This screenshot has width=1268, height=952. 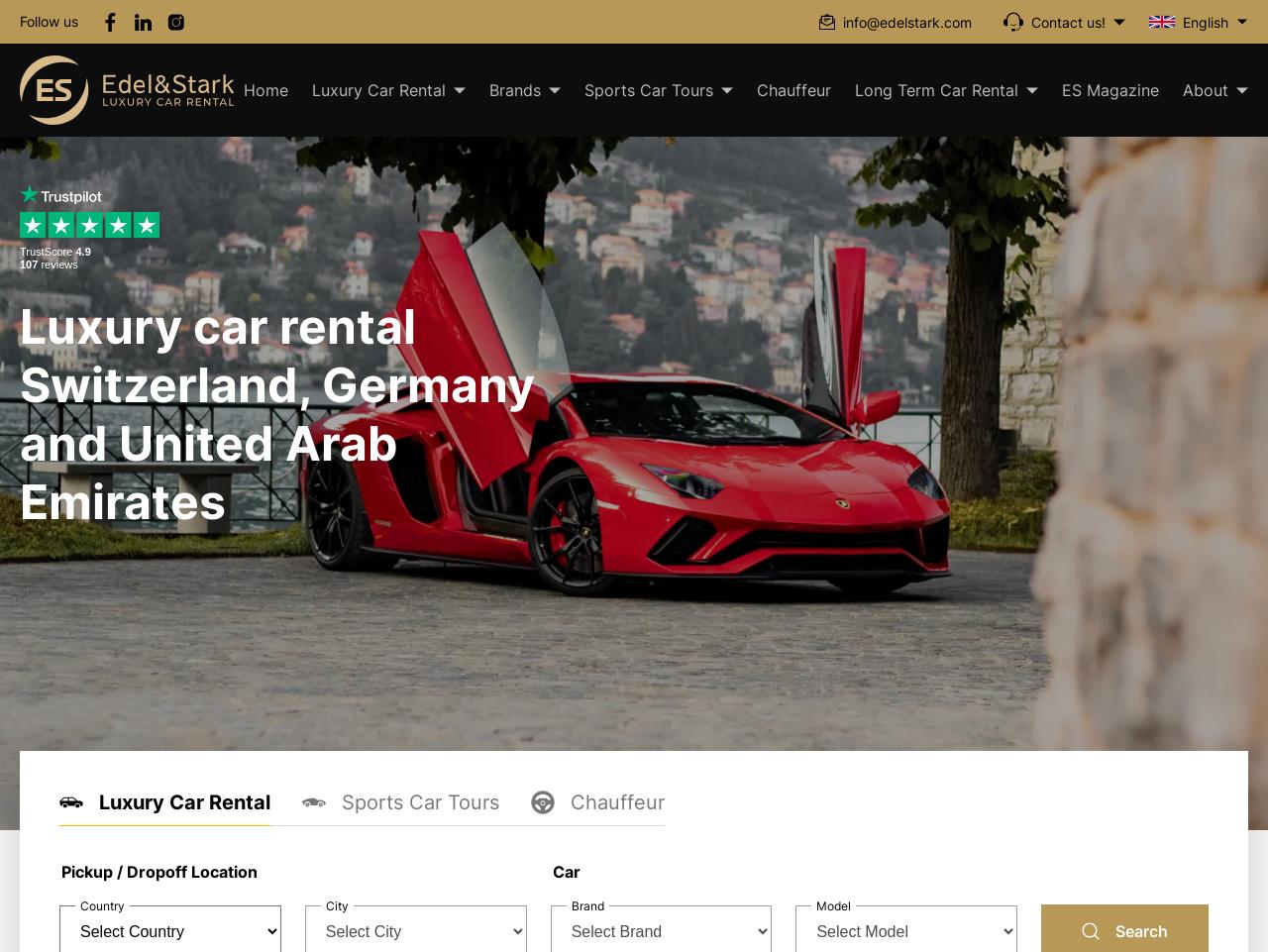 I want to click on 'About', so click(x=1205, y=90).